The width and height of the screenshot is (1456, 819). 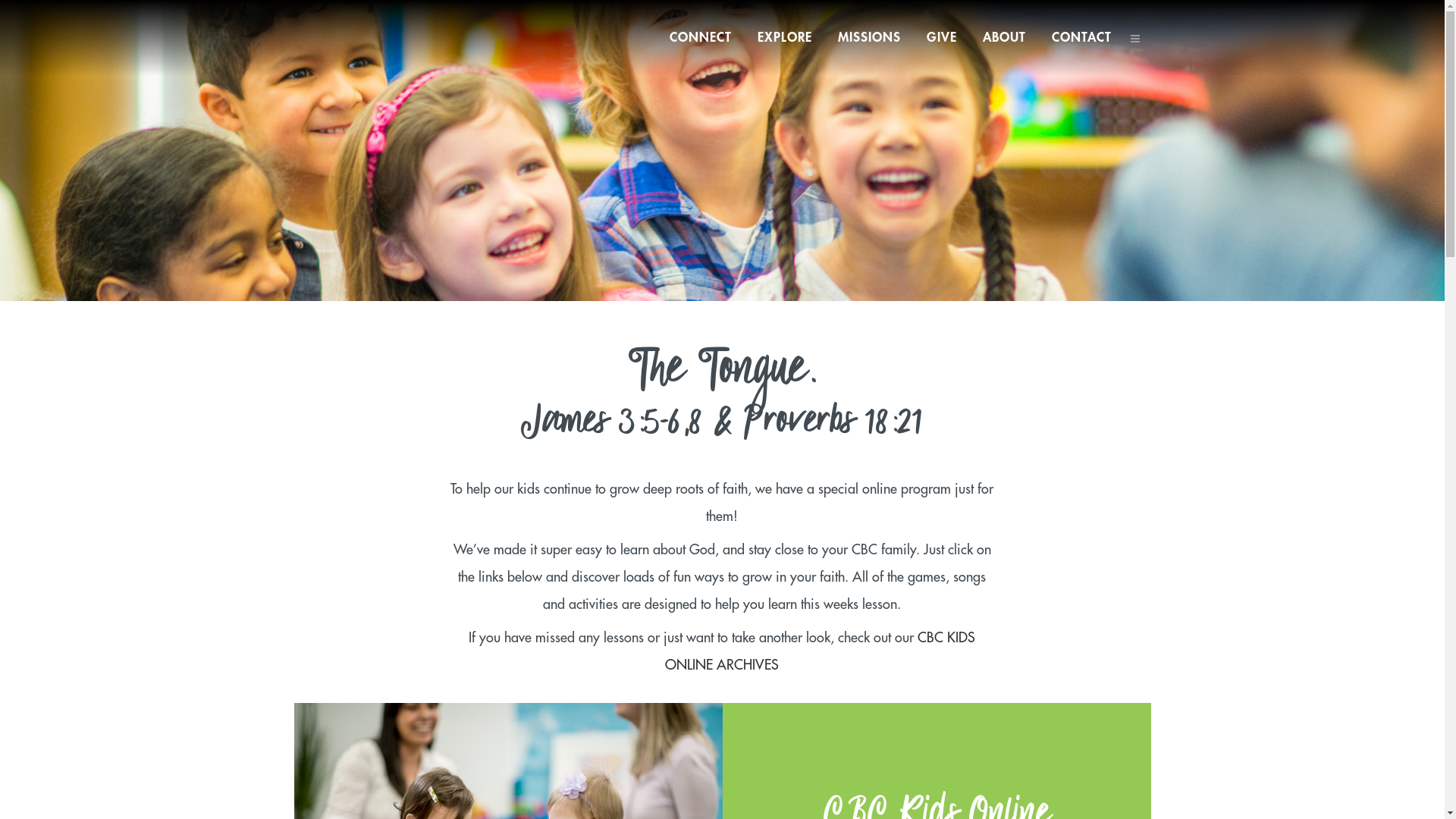 I want to click on 'EXPLORE', so click(x=785, y=37).